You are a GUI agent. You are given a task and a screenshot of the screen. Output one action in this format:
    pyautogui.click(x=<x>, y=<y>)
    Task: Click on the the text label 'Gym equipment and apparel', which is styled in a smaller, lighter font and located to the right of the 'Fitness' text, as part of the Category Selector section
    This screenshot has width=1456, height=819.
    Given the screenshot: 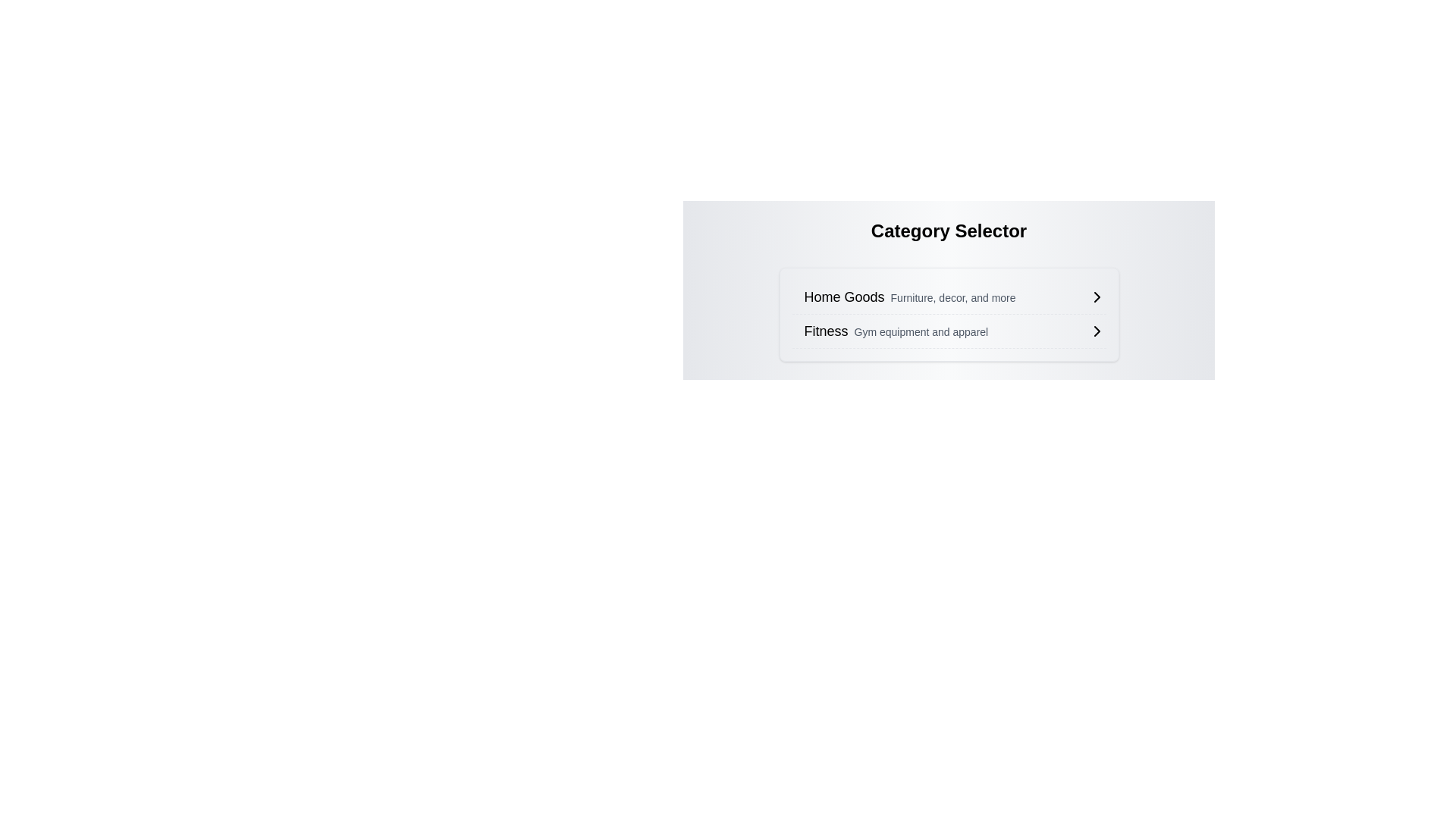 What is the action you would take?
    pyautogui.click(x=920, y=331)
    